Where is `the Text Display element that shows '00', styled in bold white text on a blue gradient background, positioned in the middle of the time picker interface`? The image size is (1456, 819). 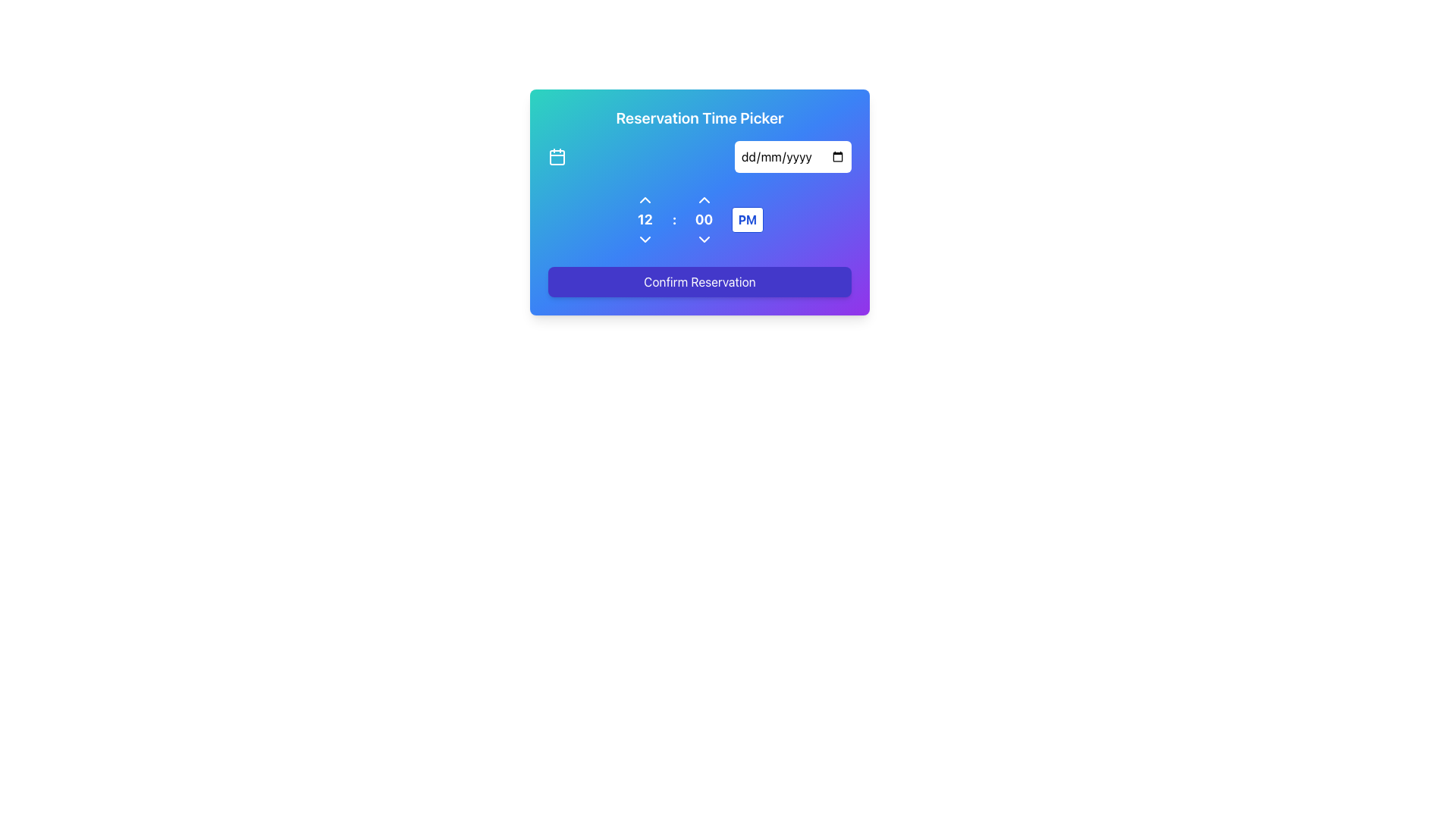 the Text Display element that shows '00', styled in bold white text on a blue gradient background, positioned in the middle of the time picker interface is located at coordinates (703, 219).